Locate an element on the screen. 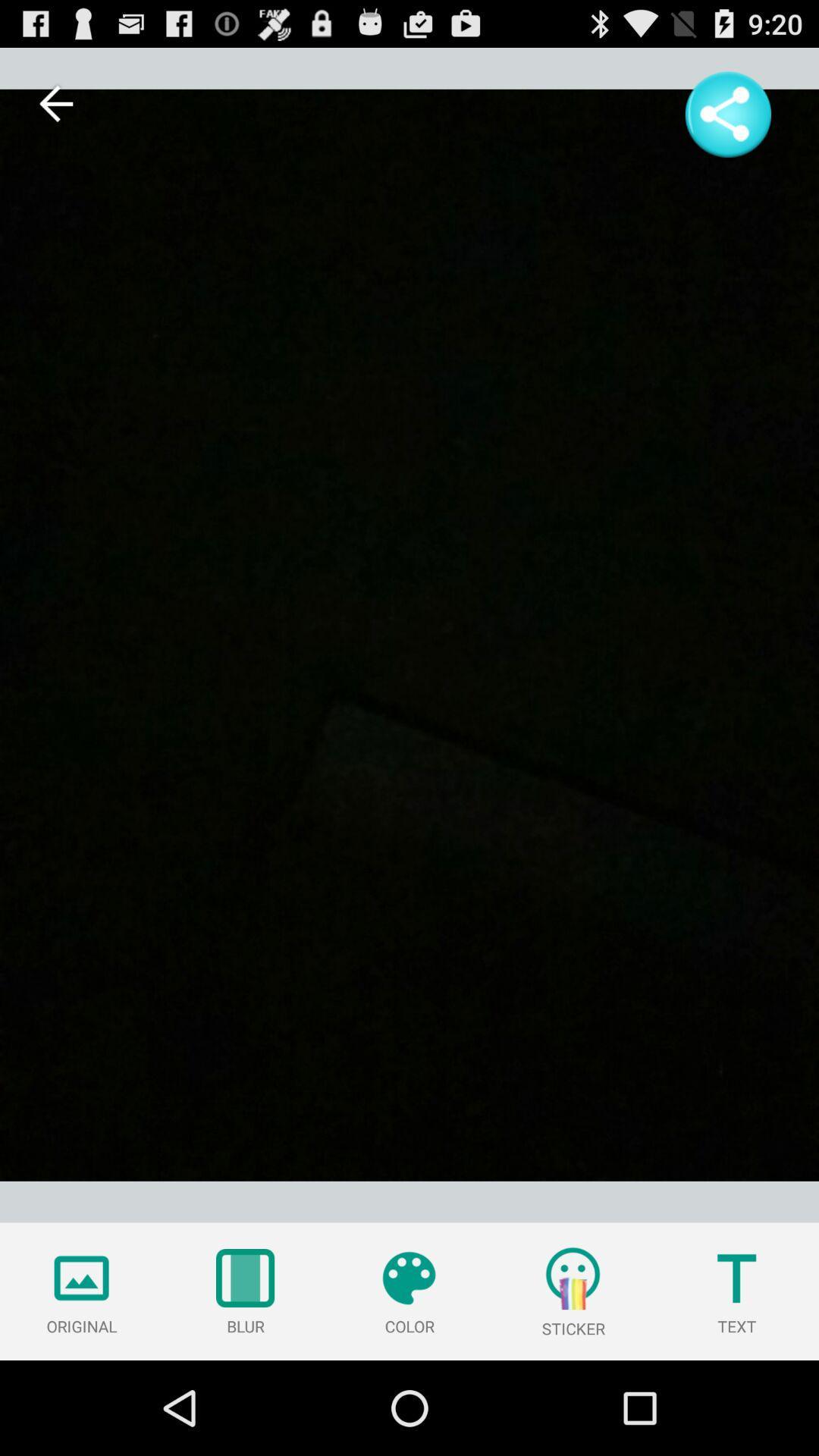 The height and width of the screenshot is (1456, 819). the arrow_backward icon is located at coordinates (55, 110).